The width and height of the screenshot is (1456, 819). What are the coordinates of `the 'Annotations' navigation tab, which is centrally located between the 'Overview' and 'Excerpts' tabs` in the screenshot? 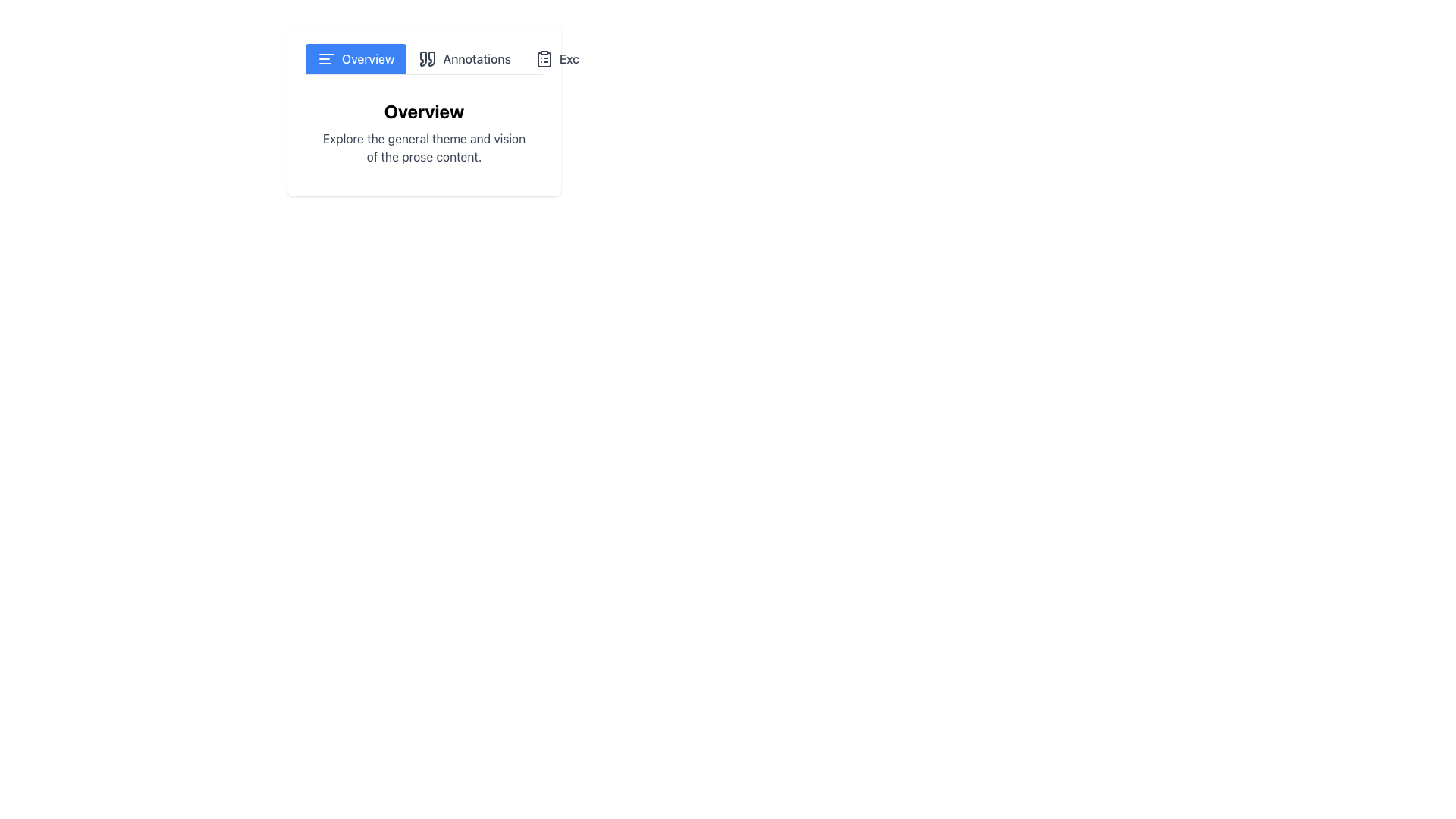 It's located at (464, 58).